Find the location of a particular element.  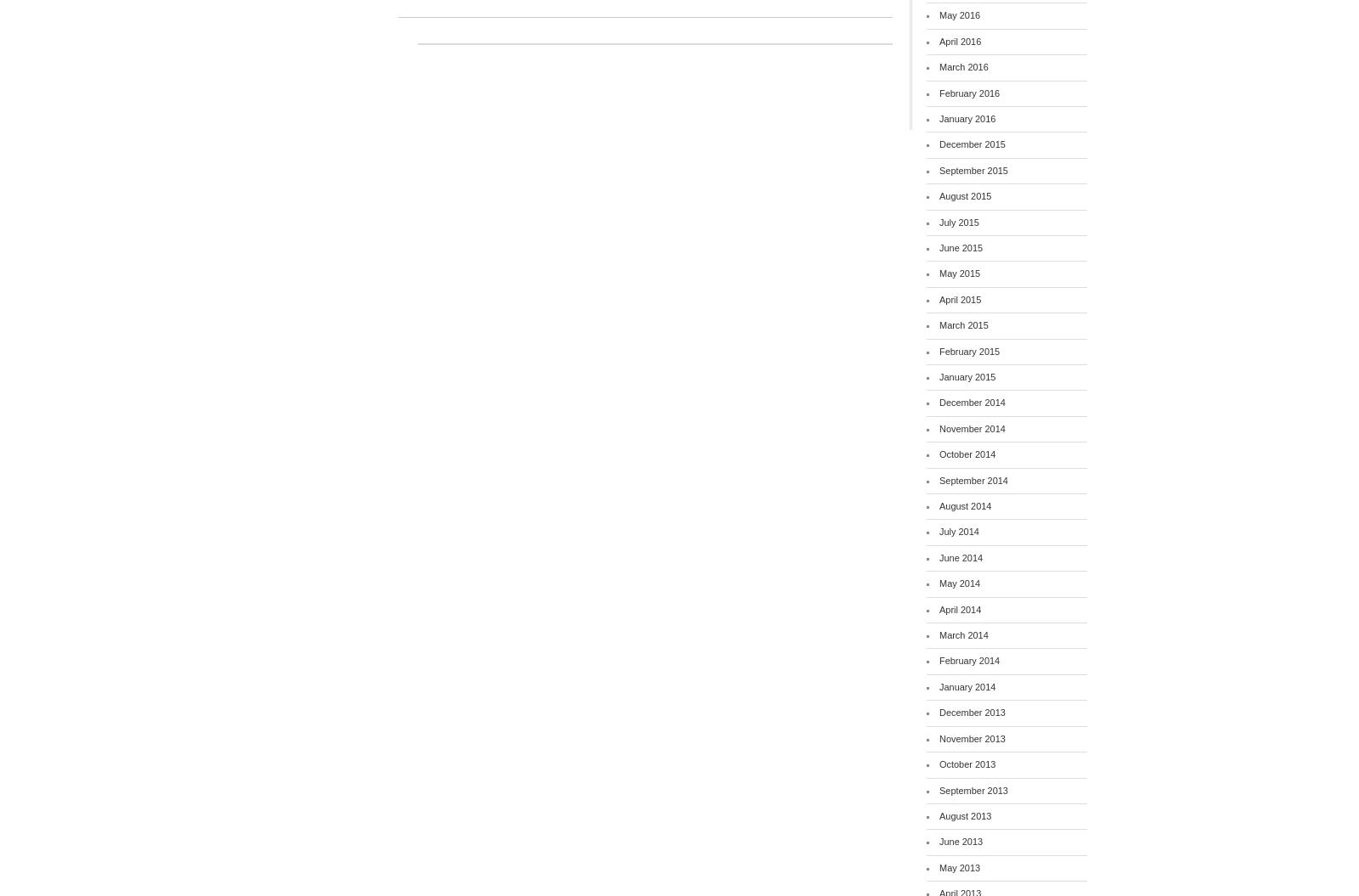

'June 2015' is located at coordinates (961, 246).